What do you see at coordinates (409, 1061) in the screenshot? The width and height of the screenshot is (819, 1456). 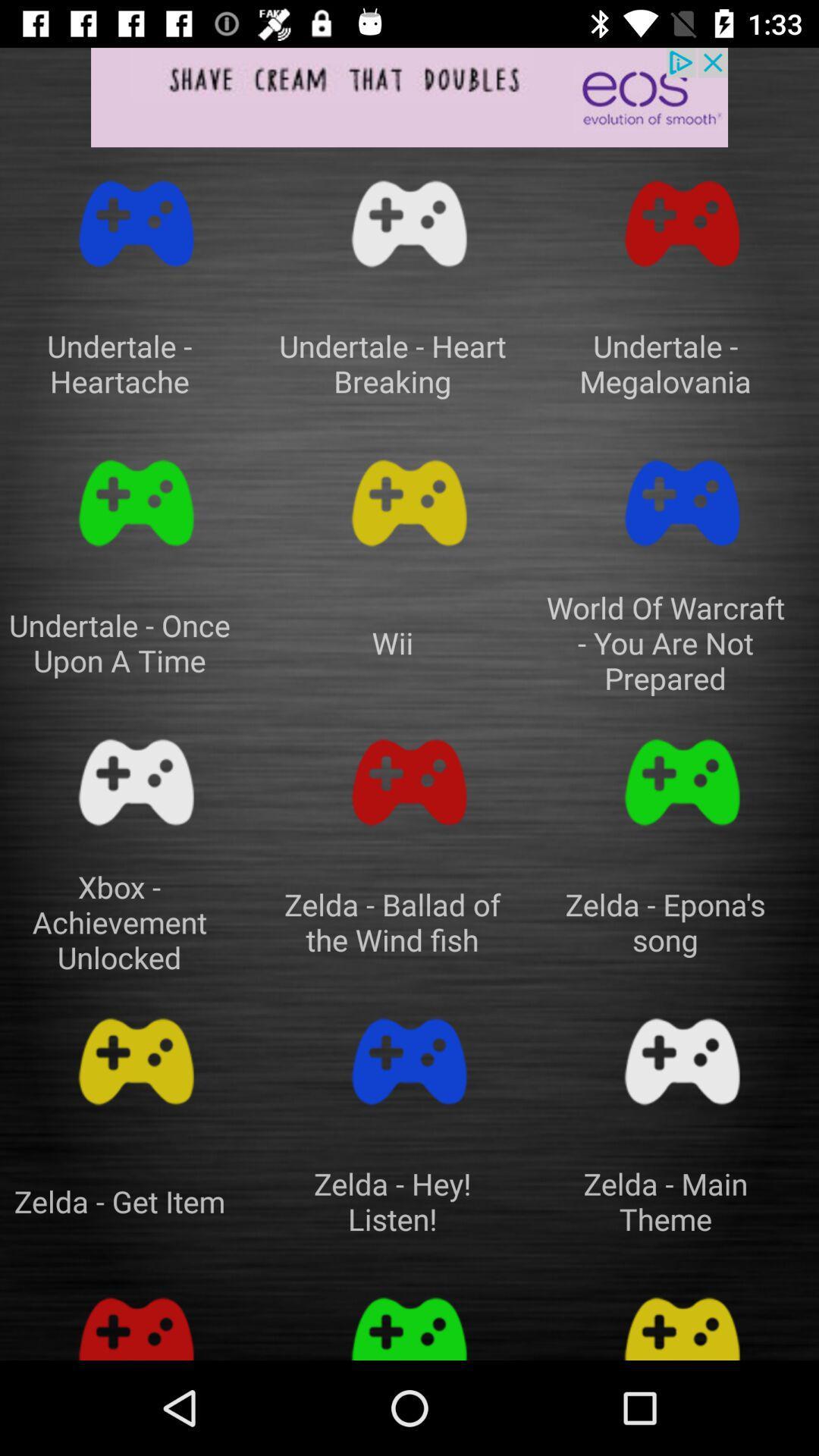 I see `game` at bounding box center [409, 1061].